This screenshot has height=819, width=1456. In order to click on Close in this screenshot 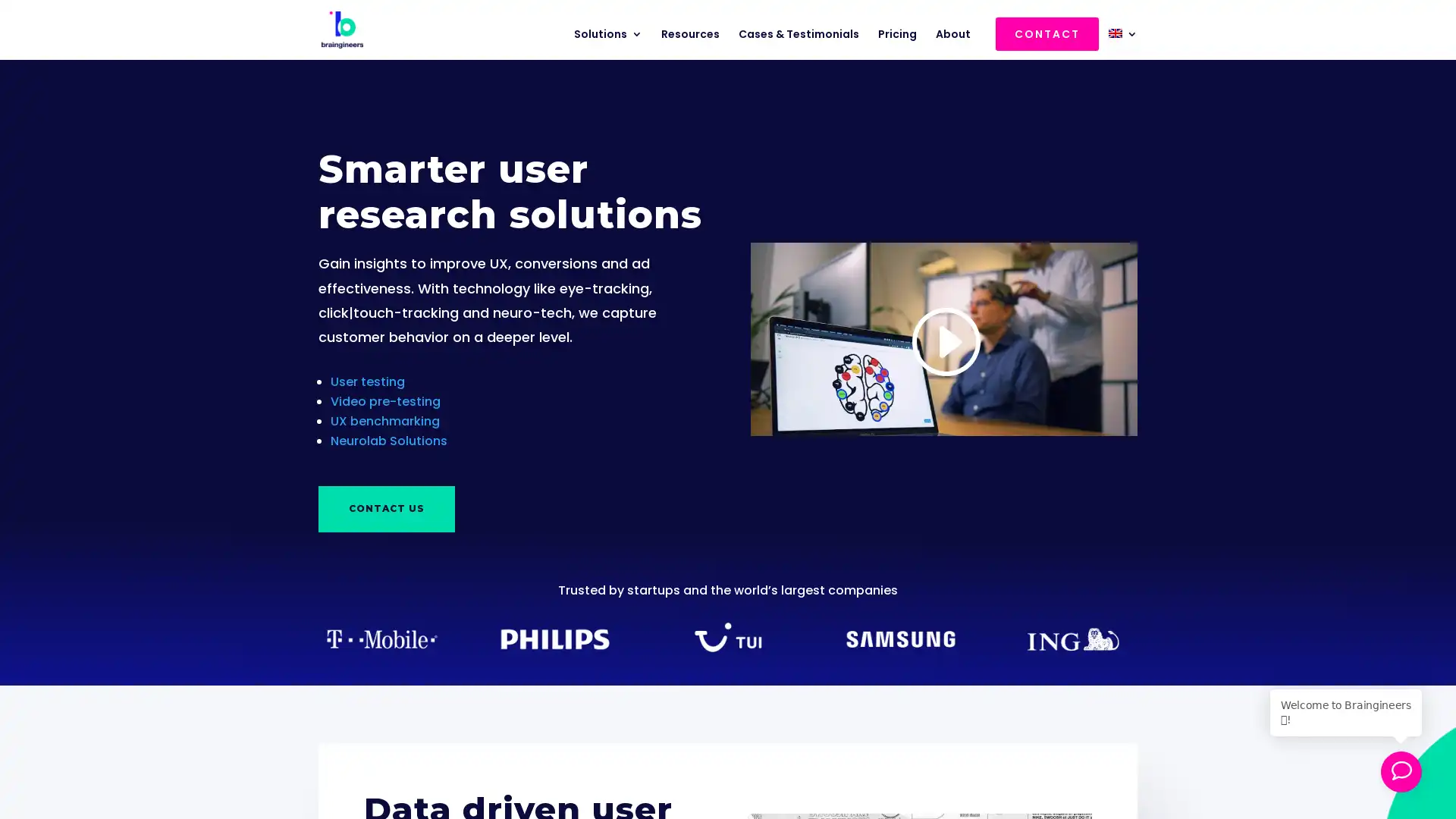, I will do `click(275, 619)`.